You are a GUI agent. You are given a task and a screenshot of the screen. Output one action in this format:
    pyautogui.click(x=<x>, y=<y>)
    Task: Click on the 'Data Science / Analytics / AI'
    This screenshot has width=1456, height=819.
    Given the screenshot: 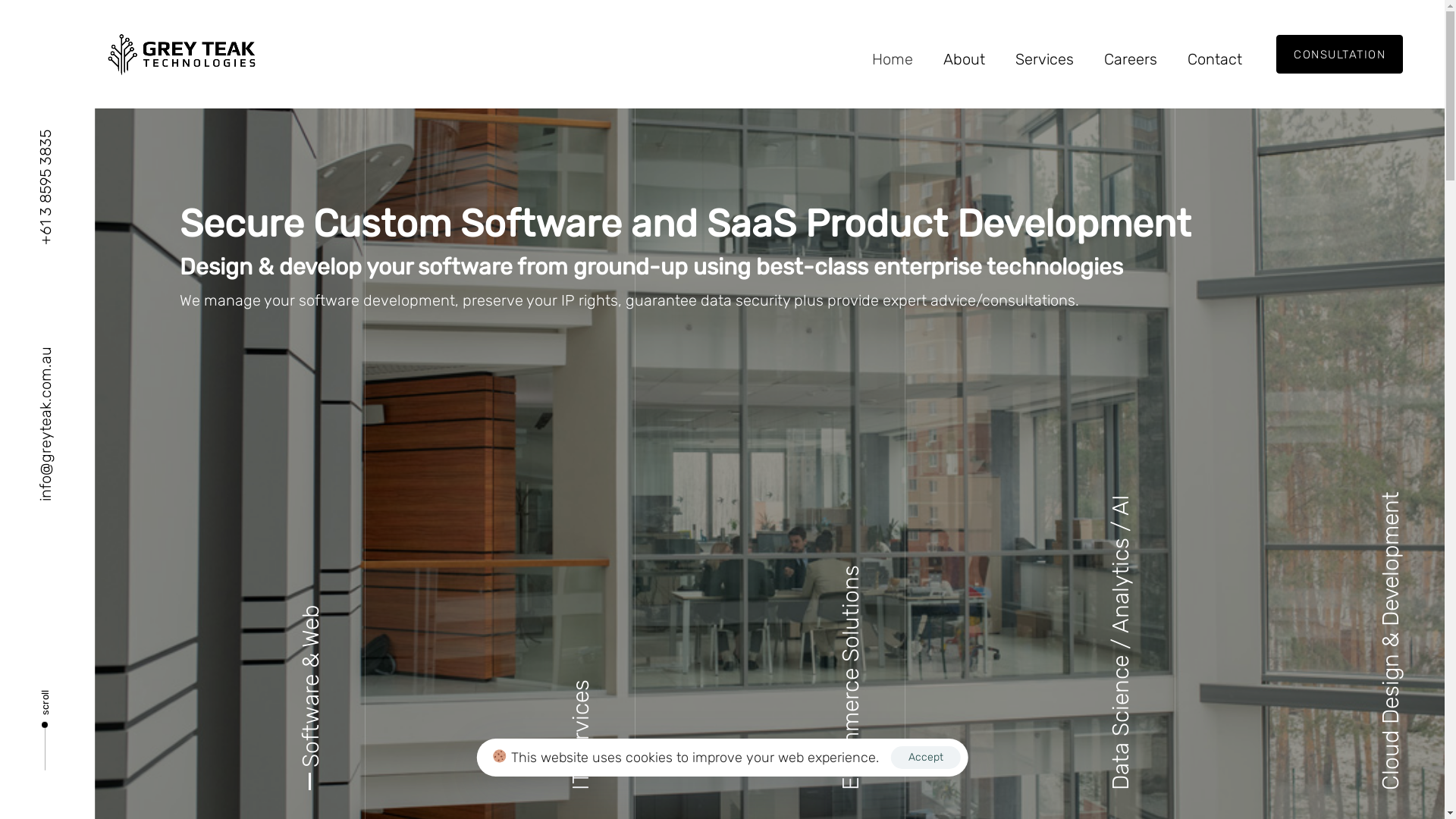 What is the action you would take?
    pyautogui.click(x=1121, y=642)
    